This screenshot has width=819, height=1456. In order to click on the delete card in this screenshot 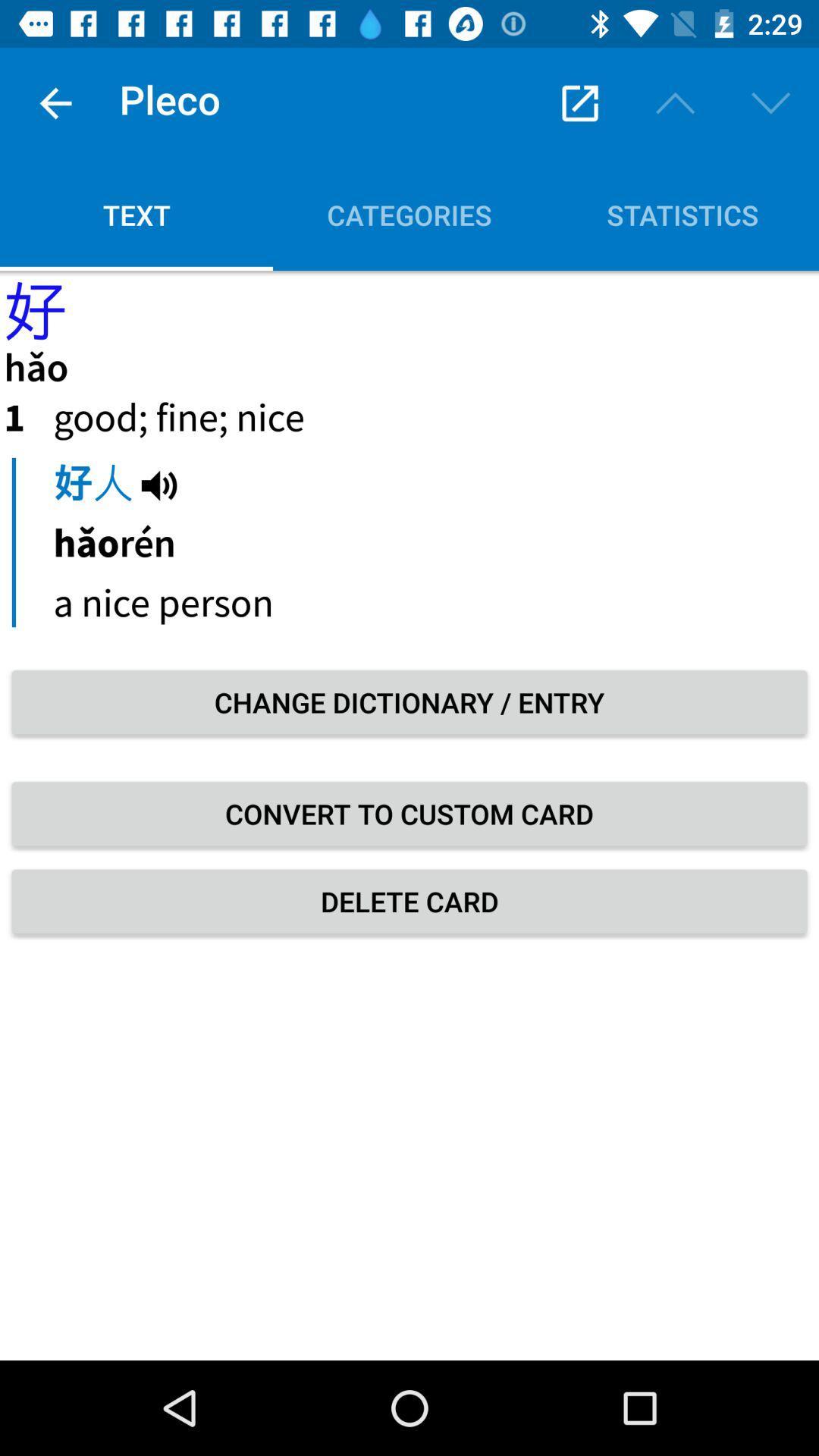, I will do `click(409, 901)`.